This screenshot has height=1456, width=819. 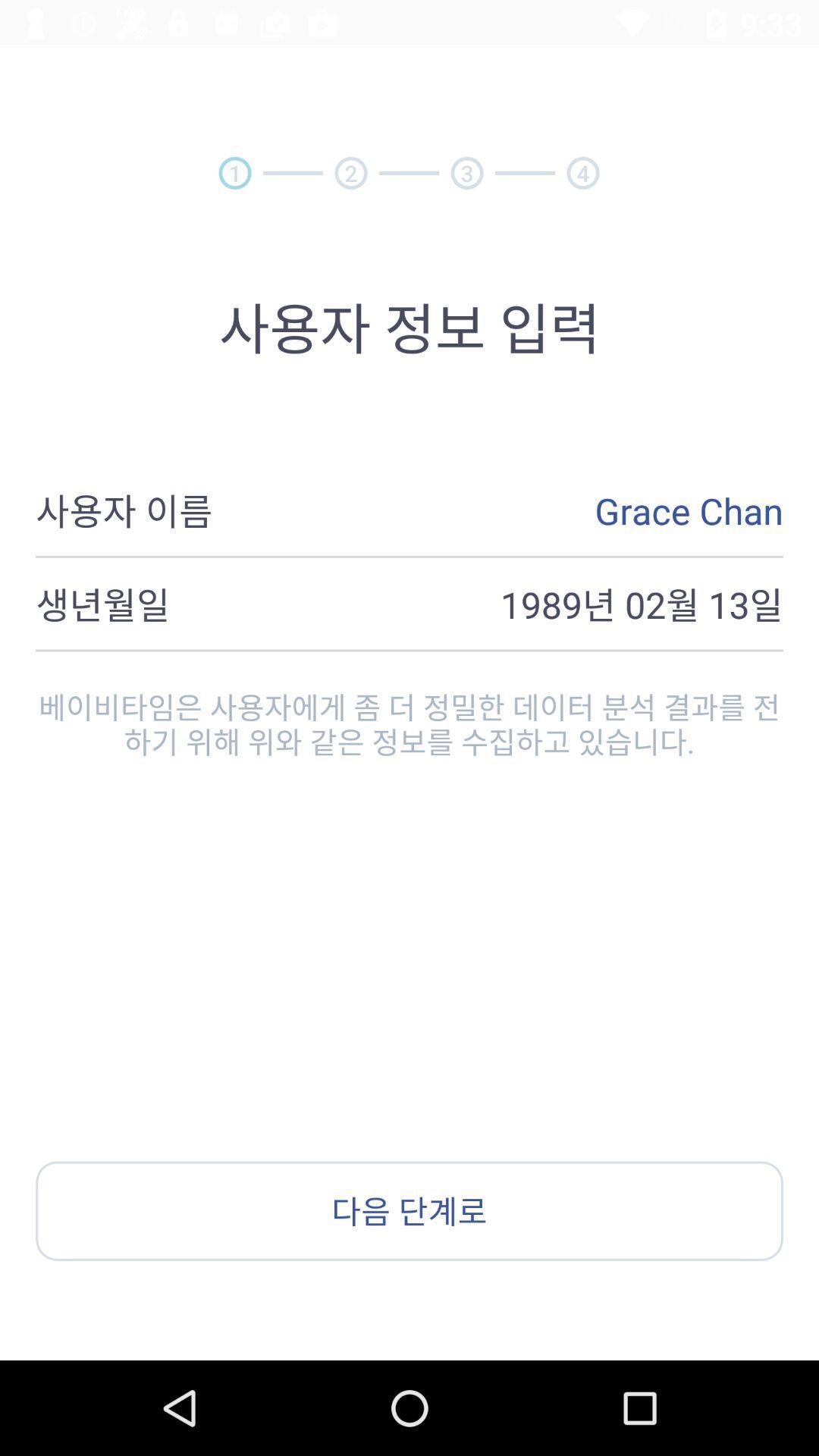 What do you see at coordinates (497, 510) in the screenshot?
I see `the grace chan icon` at bounding box center [497, 510].